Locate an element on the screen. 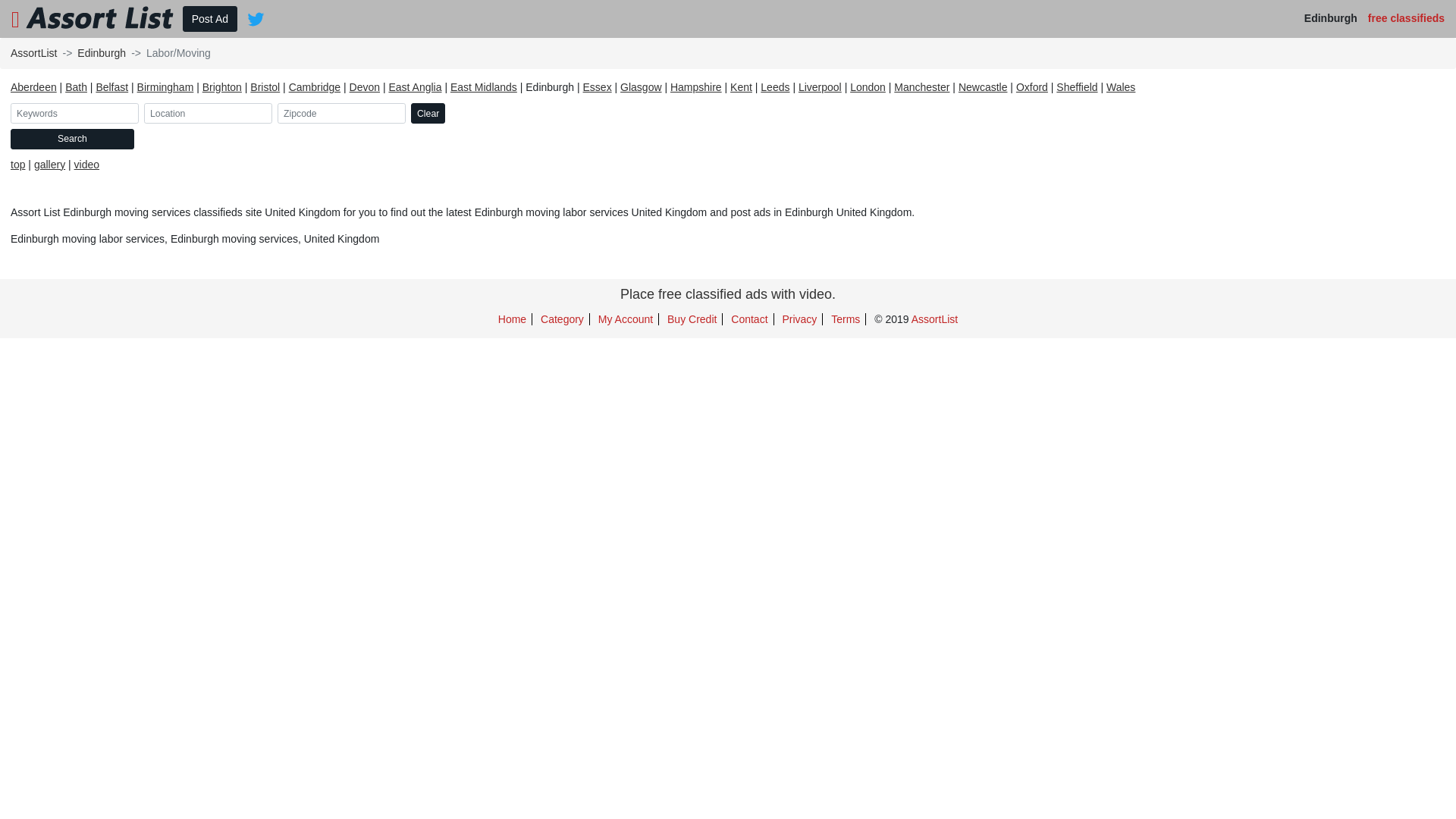 This screenshot has height=819, width=1456. 'Sheffield' is located at coordinates (1076, 87).